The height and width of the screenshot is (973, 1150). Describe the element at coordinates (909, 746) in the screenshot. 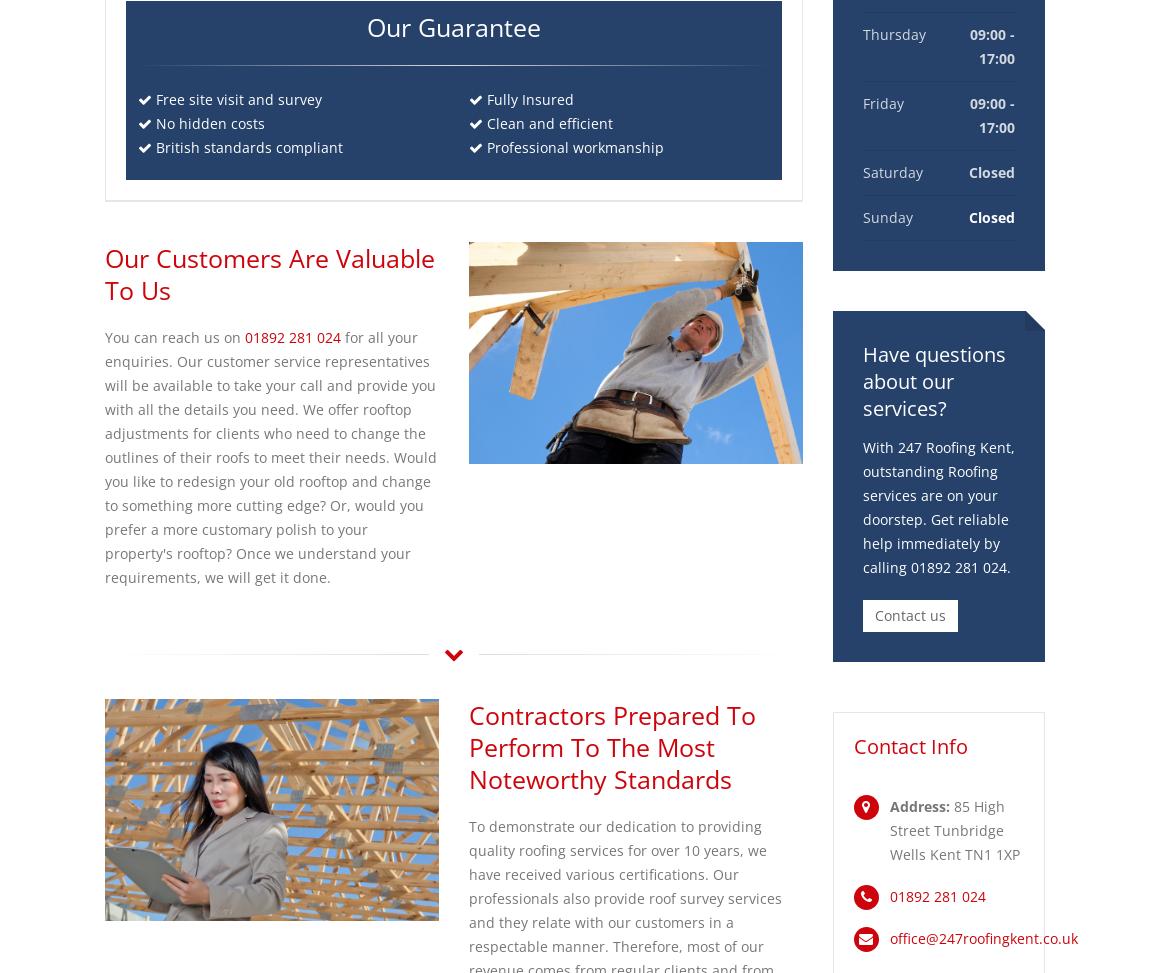

I see `'Contact Info'` at that location.